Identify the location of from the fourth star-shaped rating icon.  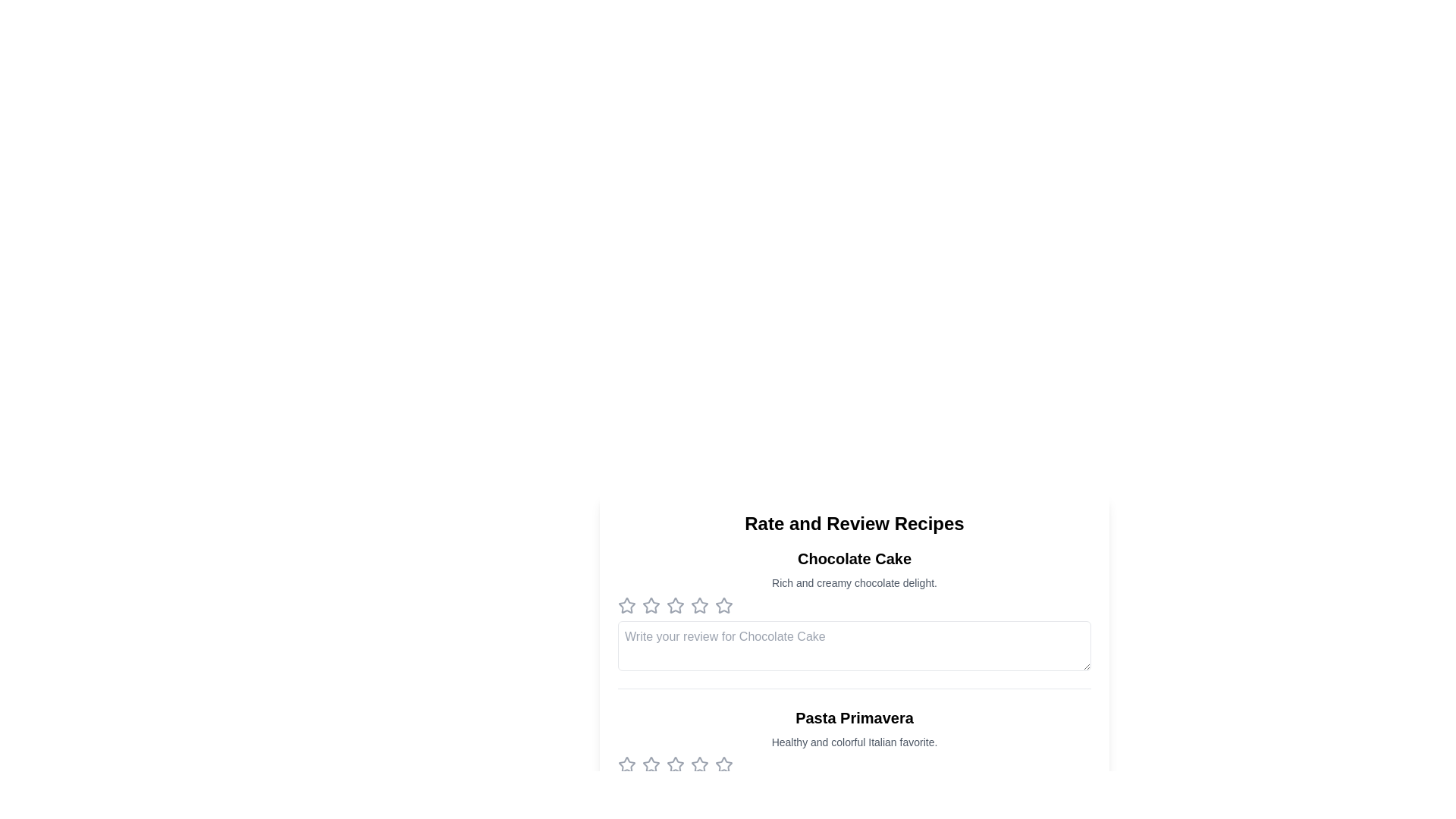
(723, 604).